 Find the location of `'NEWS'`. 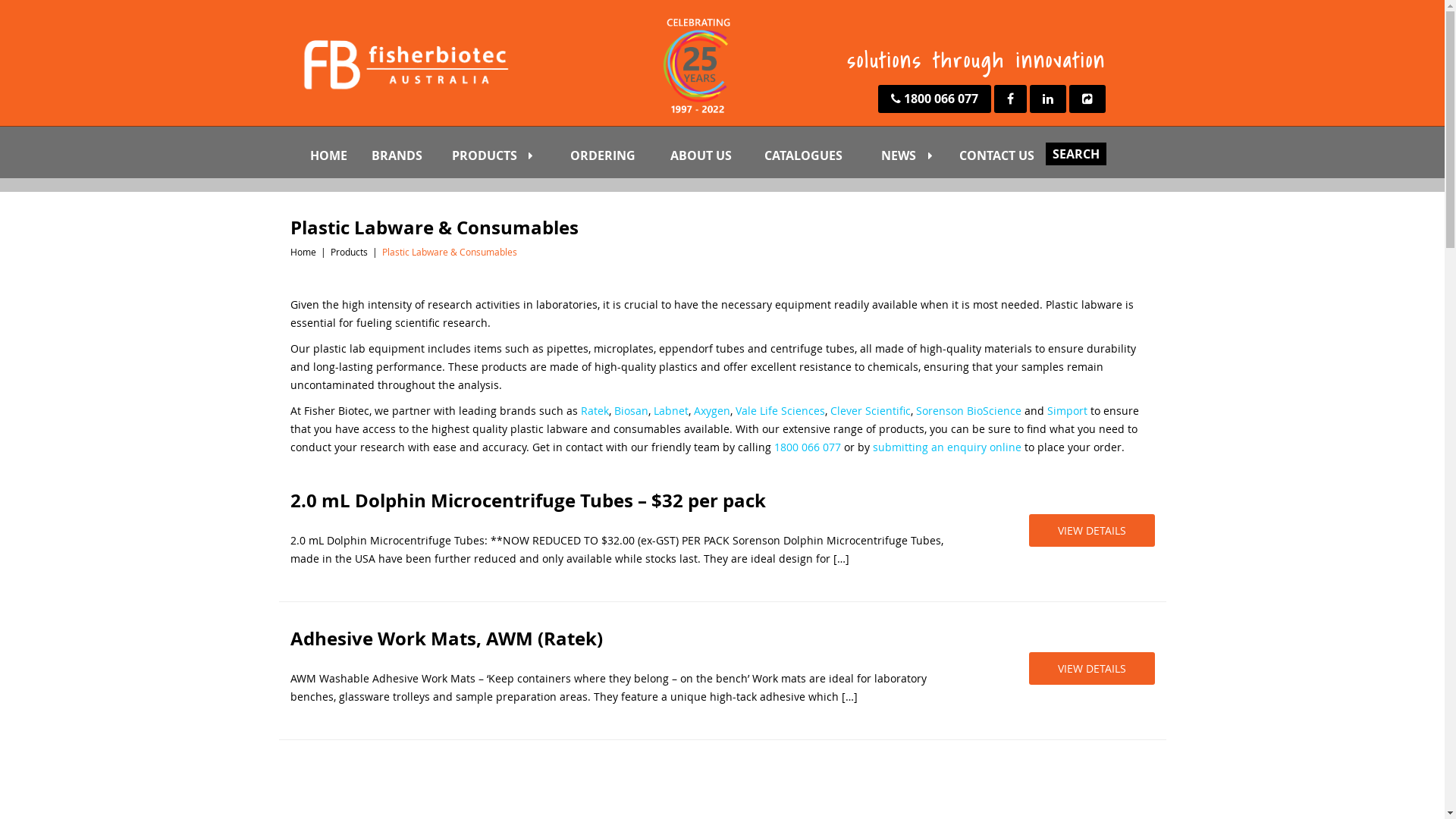

'NEWS' is located at coordinates (915, 155).